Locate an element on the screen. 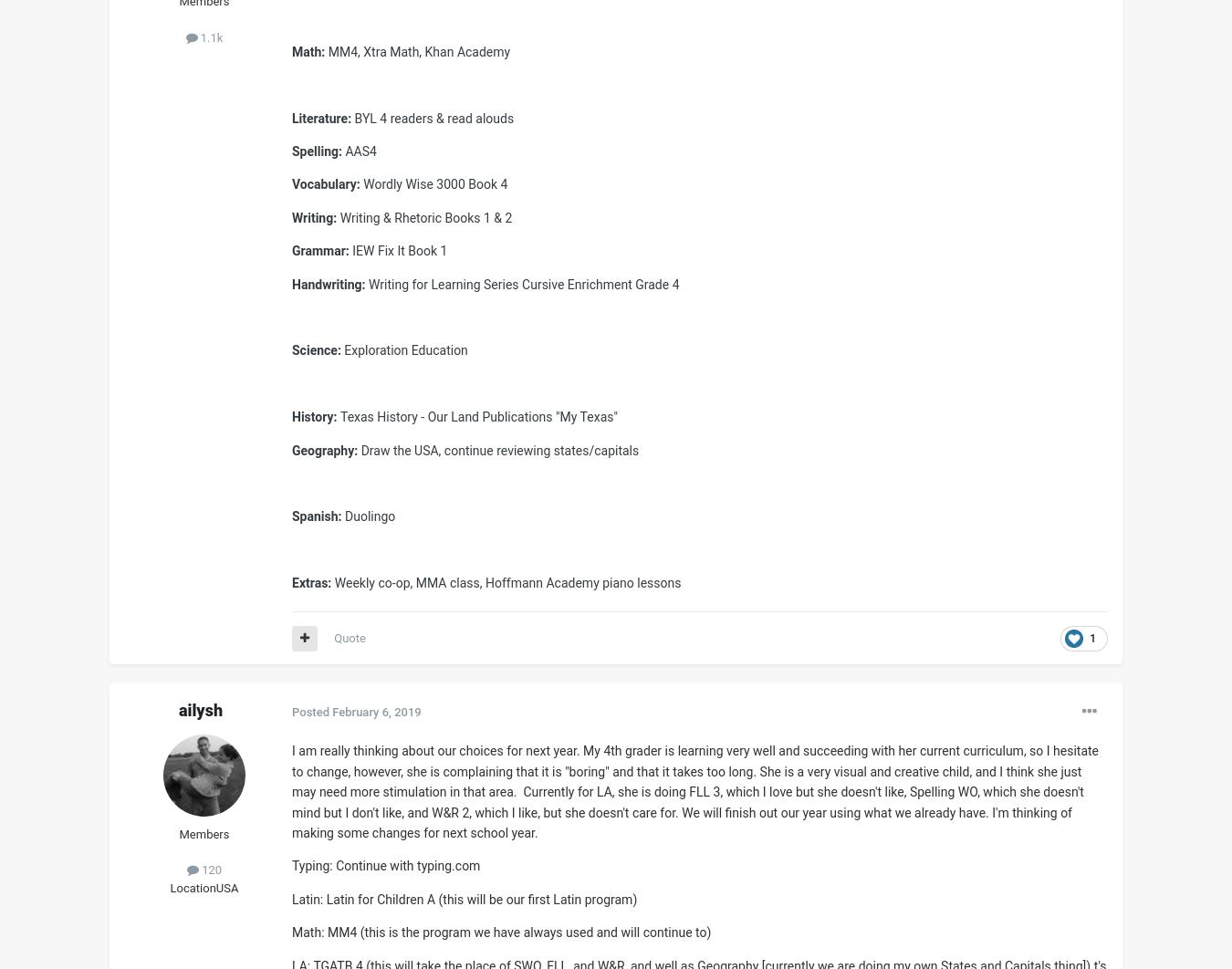 This screenshot has height=969, width=1232. 'Duolingo' is located at coordinates (370, 516).